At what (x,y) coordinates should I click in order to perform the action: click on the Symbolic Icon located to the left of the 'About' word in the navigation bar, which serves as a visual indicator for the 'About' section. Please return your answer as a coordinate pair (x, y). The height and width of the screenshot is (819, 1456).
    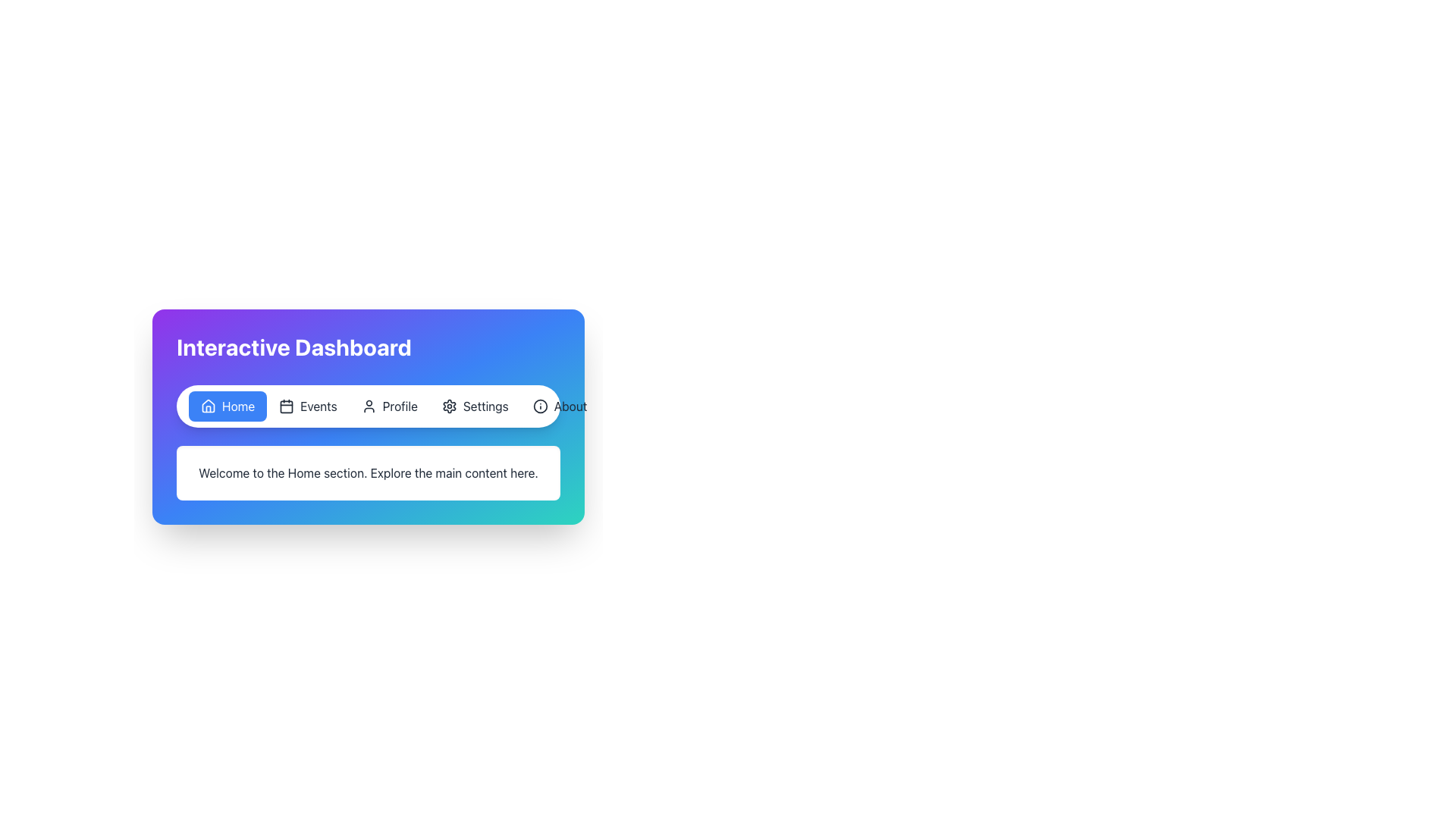
    Looking at the image, I should click on (540, 406).